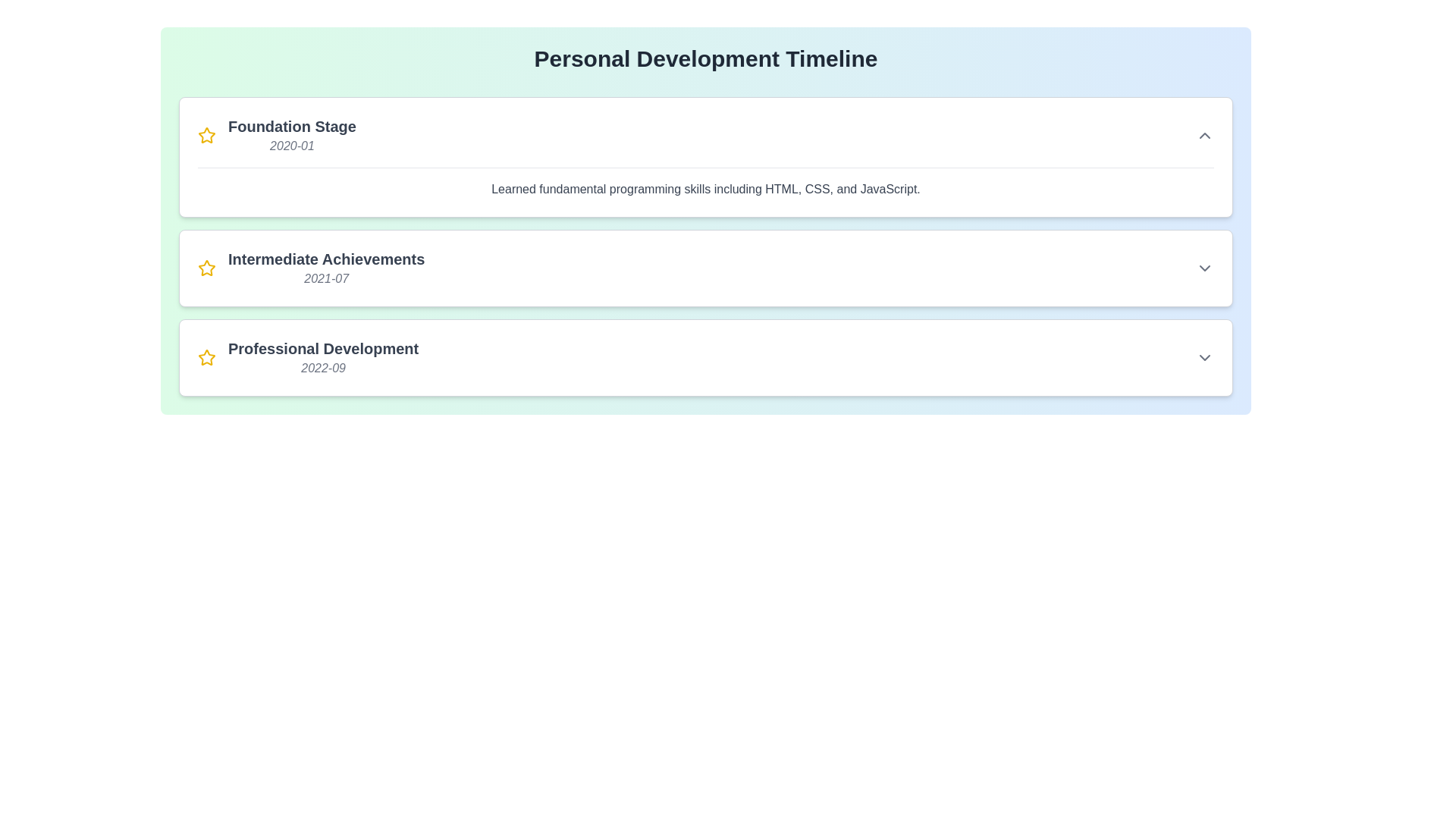 This screenshot has width=1456, height=819. What do you see at coordinates (292, 134) in the screenshot?
I see `to select the 'Foundation Stage' text content block located near the top of the page under the star icon in the 'Personal Development Timeline' section` at bounding box center [292, 134].